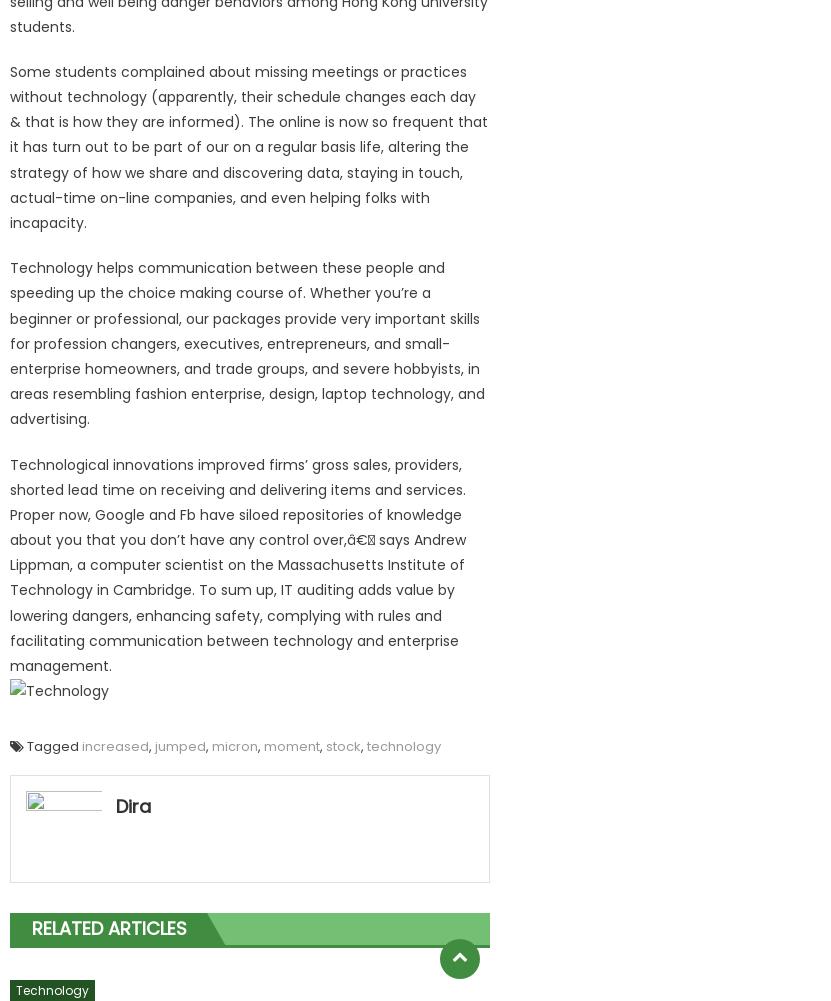  I want to click on 'dira', so click(132, 804).